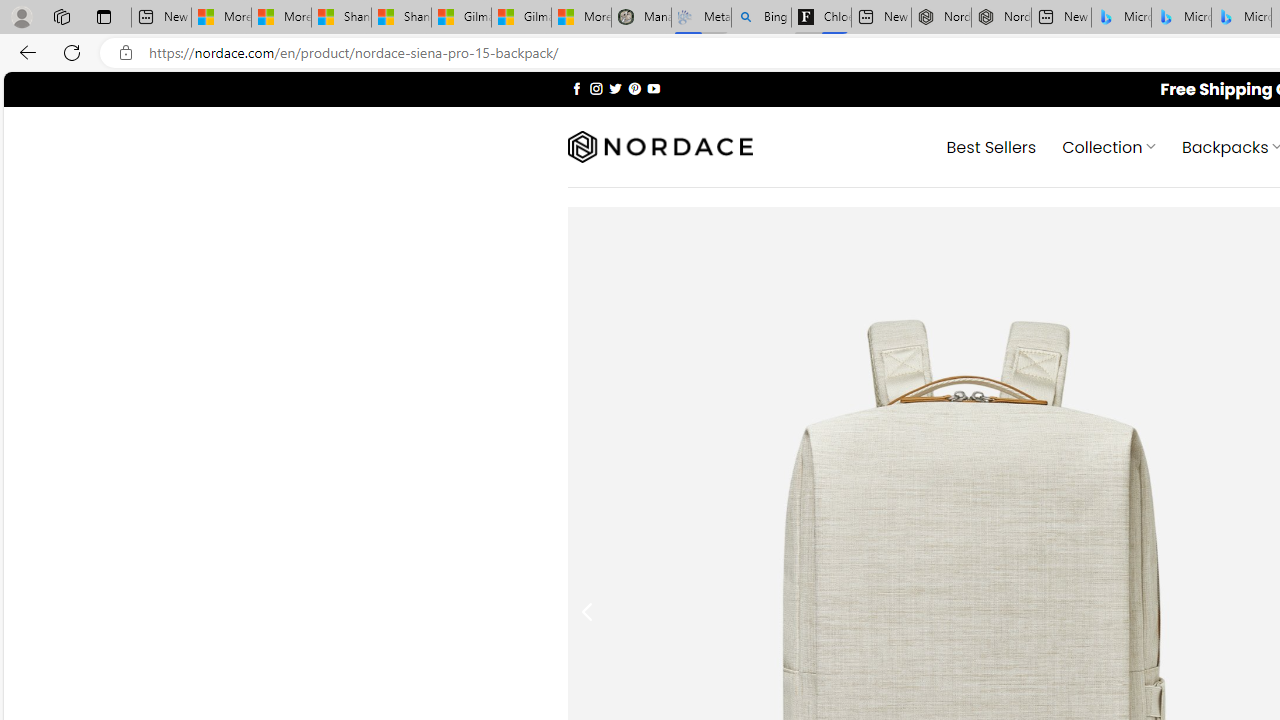 This screenshot has height=720, width=1280. What do you see at coordinates (659, 146) in the screenshot?
I see `'Nordace'` at bounding box center [659, 146].